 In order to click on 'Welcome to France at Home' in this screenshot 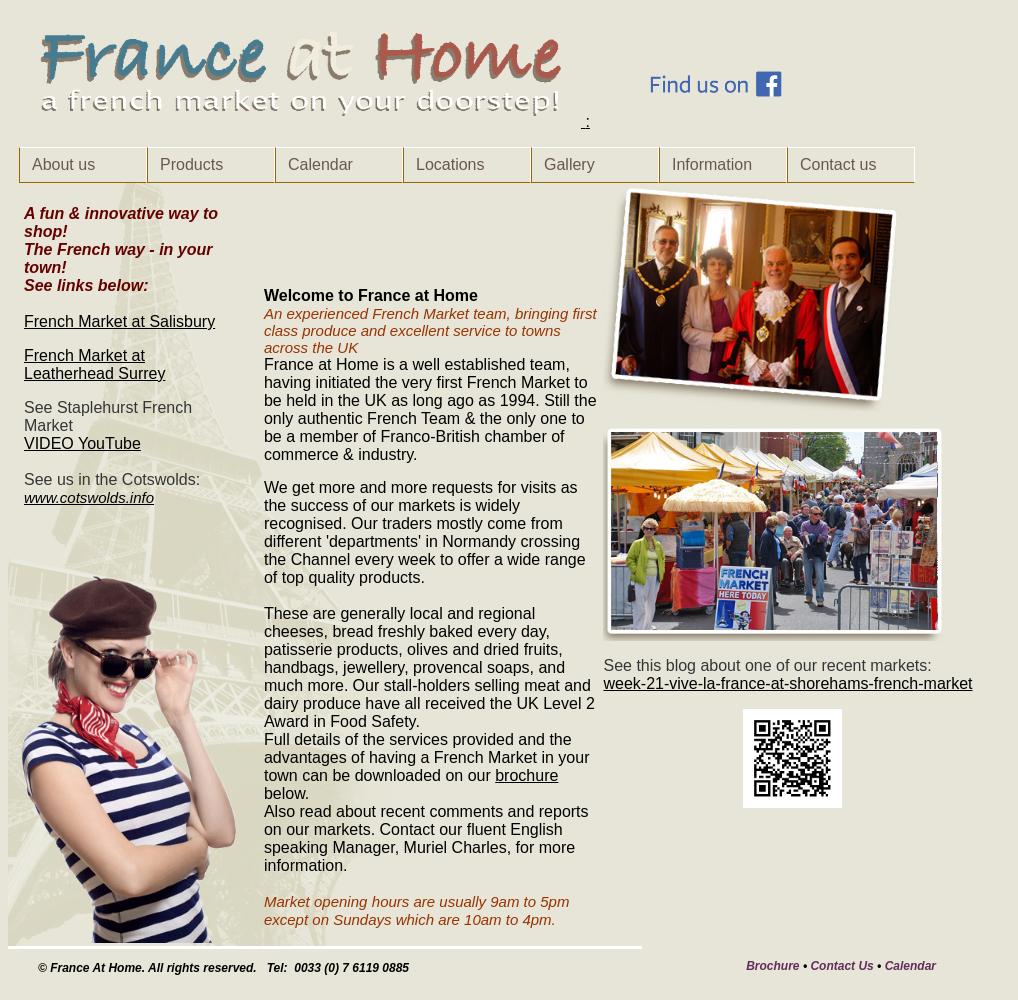, I will do `click(370, 295)`.